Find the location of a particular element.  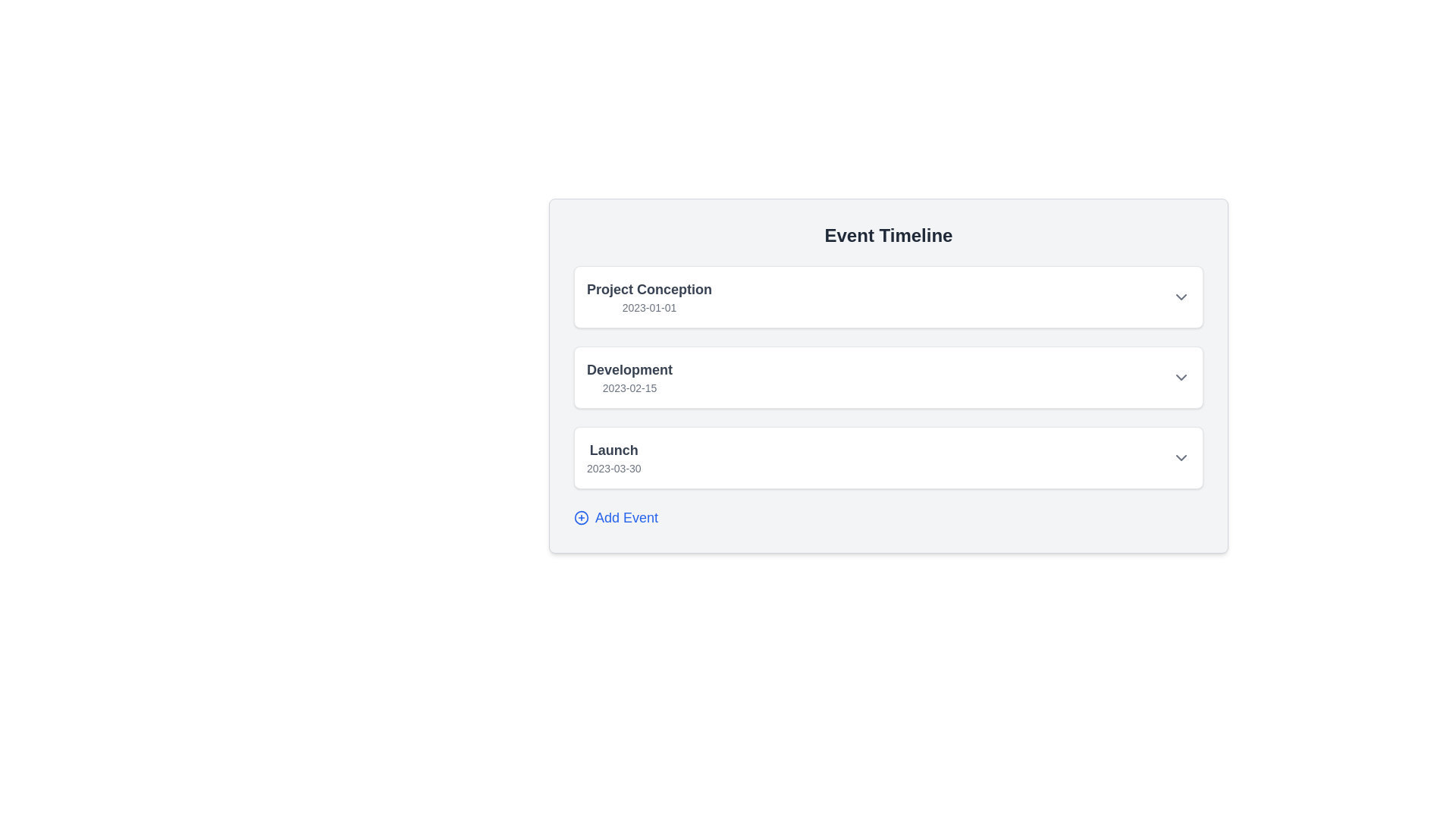

the Chevron icon located on the far right side of the 'Launch' event dated '2023-03-30' in the 'Event Timeline' interface is located at coordinates (1181, 457).